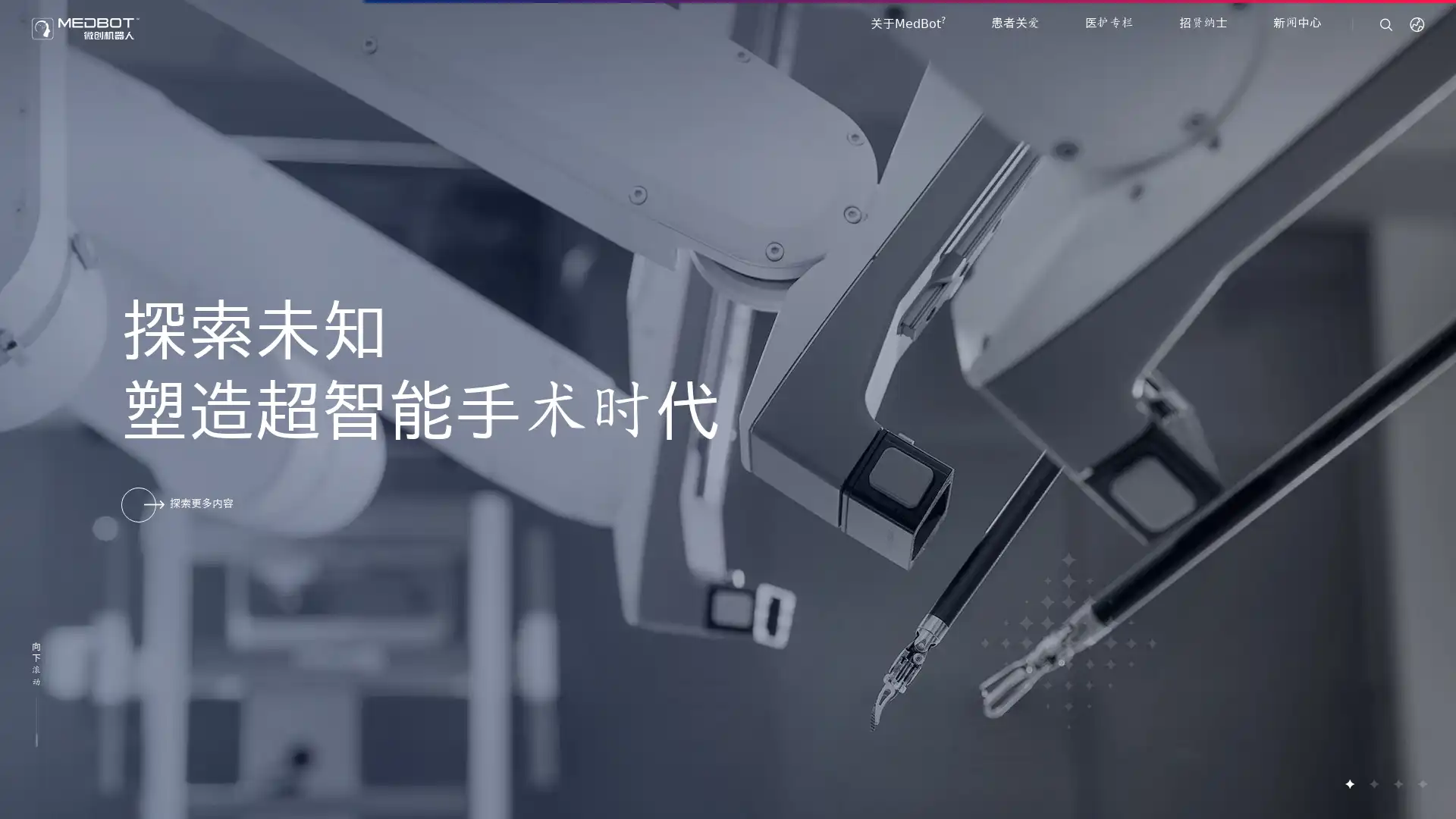 The width and height of the screenshot is (1456, 819). I want to click on Go to slide 3, so click(1397, 783).